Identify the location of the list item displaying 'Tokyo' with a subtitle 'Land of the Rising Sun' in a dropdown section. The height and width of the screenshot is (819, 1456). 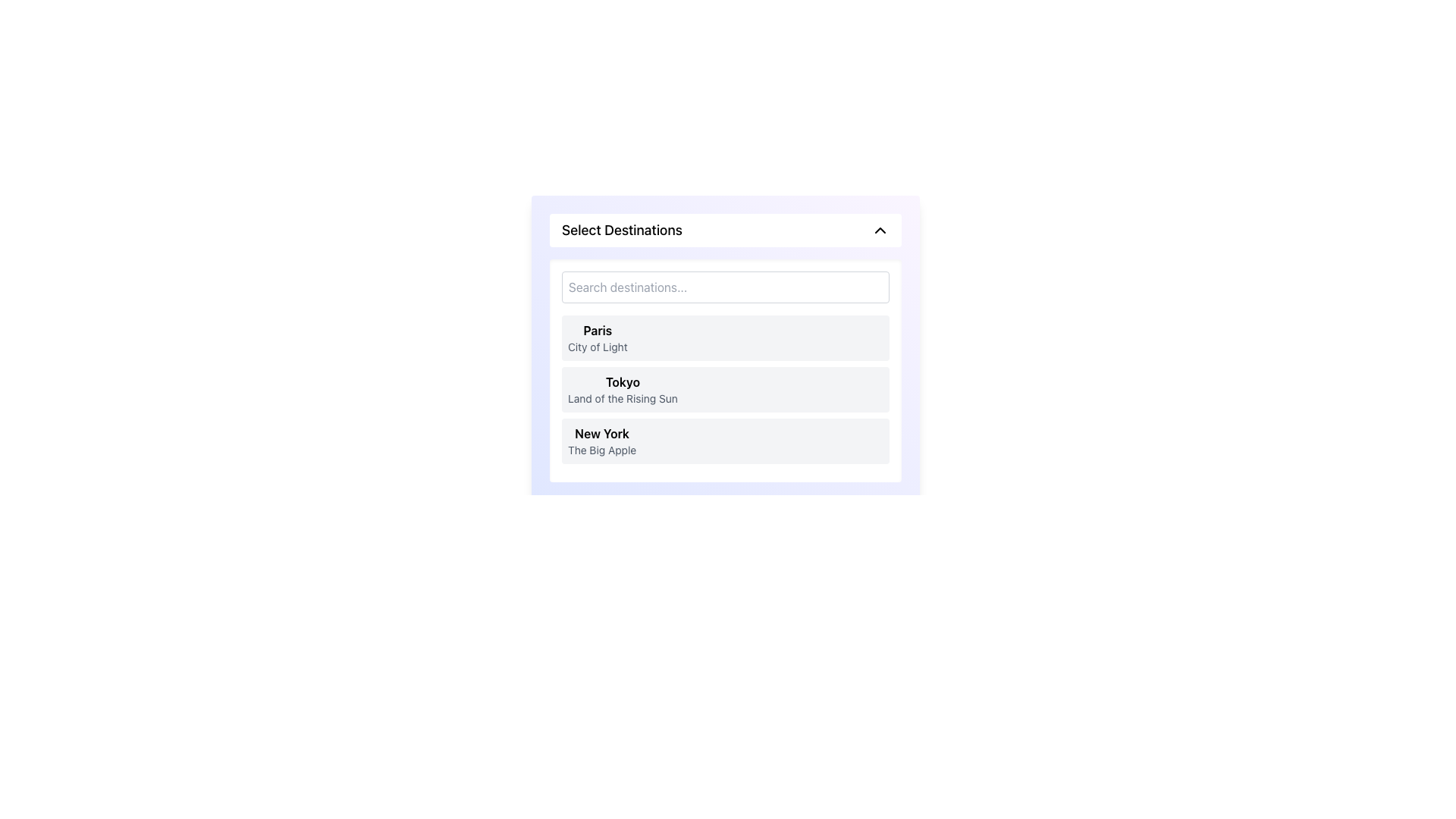
(724, 371).